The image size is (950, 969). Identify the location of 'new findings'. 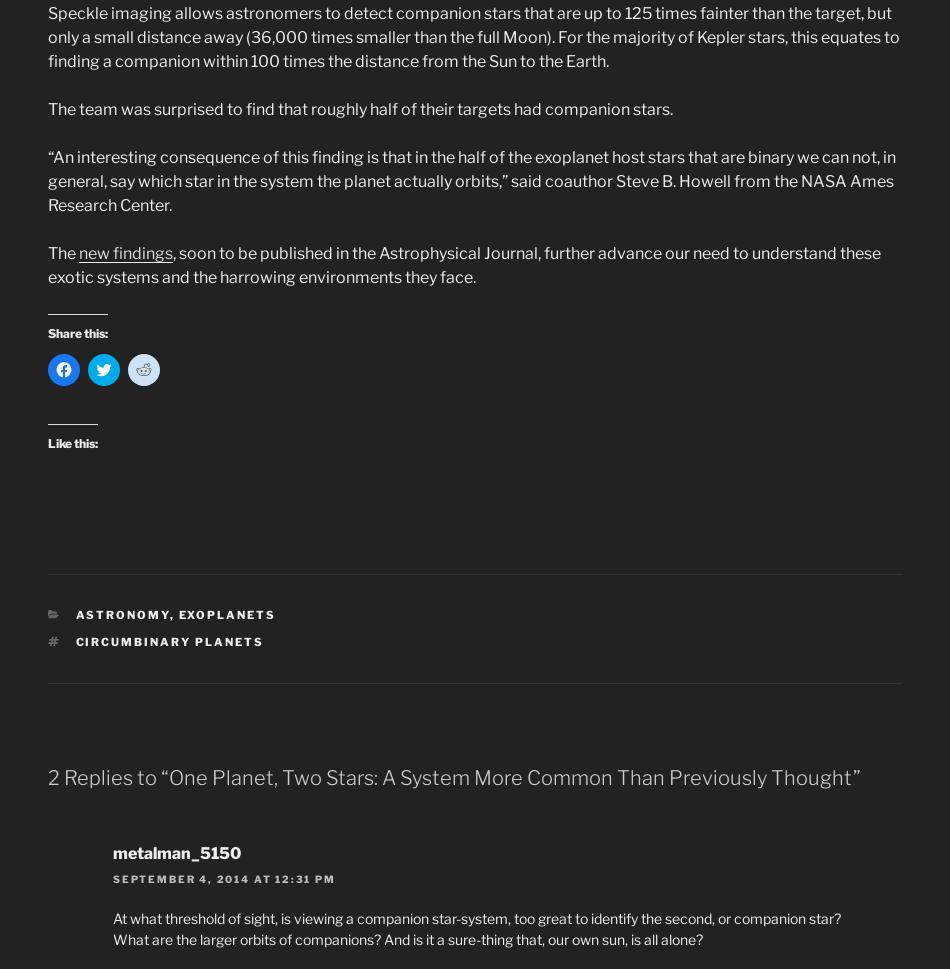
(125, 252).